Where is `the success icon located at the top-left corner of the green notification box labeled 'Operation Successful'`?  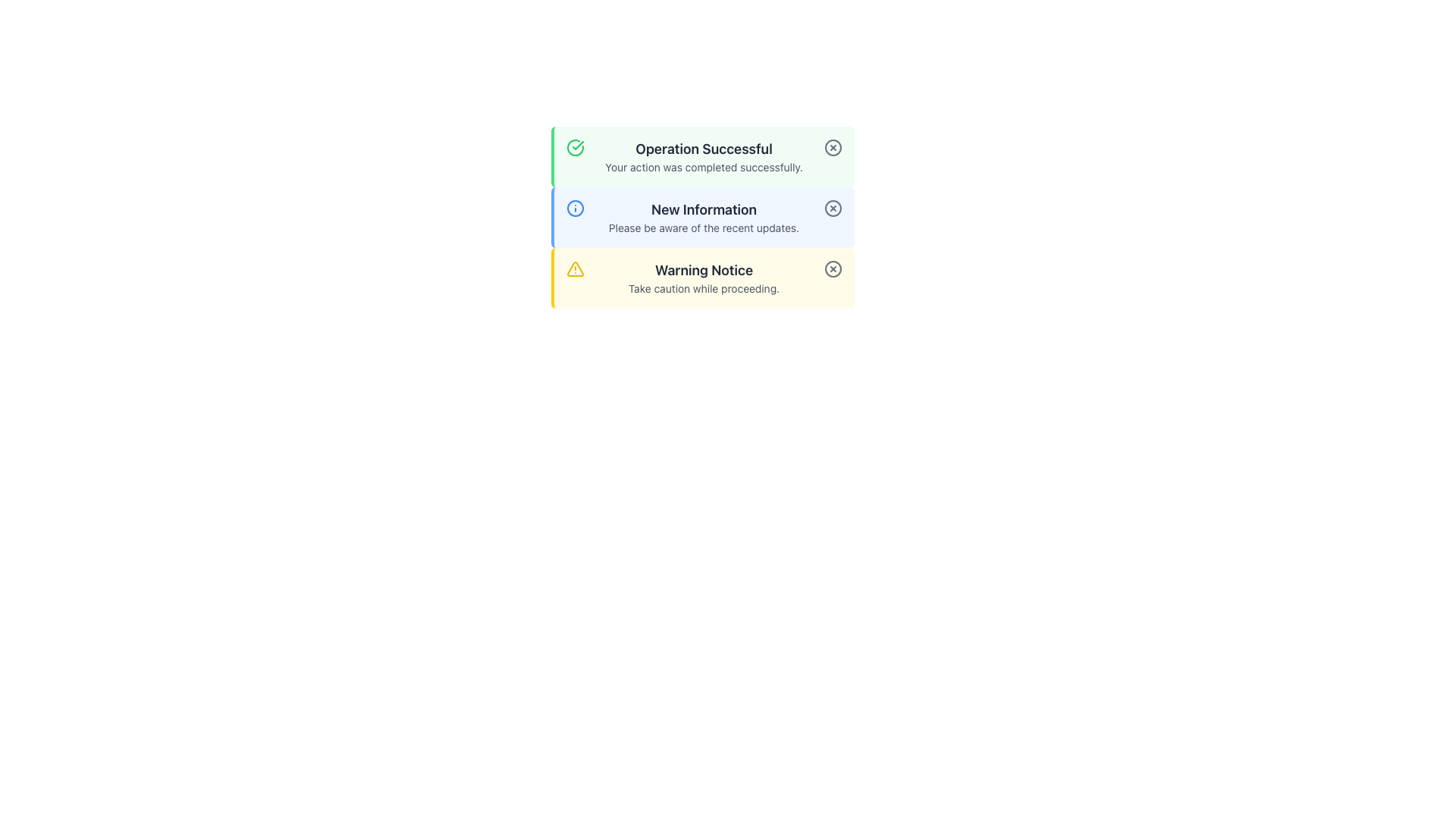
the success icon located at the top-left corner of the green notification box labeled 'Operation Successful' is located at coordinates (574, 148).